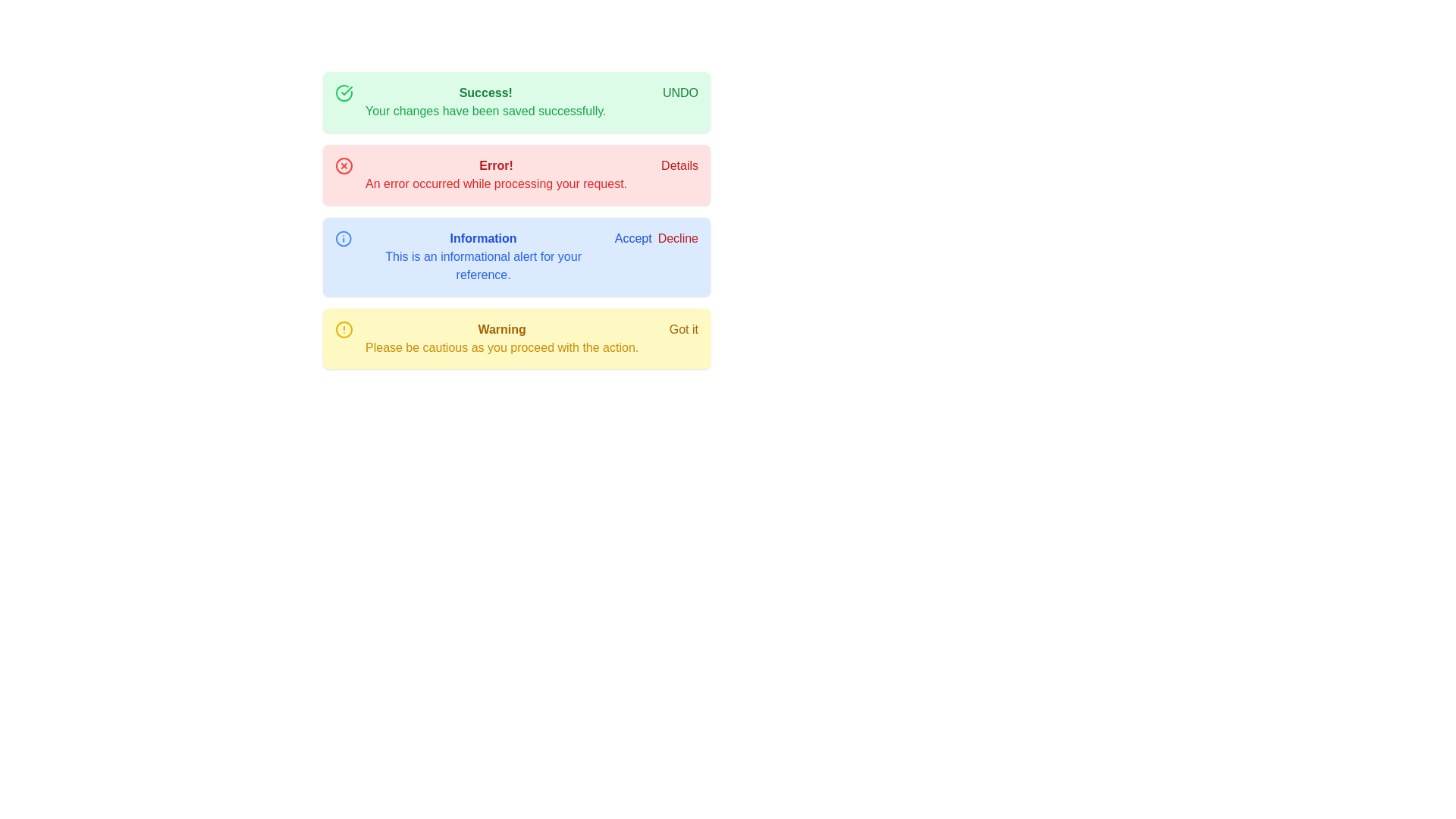  What do you see at coordinates (496, 174) in the screenshot?
I see `error message displayed in the text label that shows 'Error!' in bold red text and 'An error occurred while processing your request.' below it` at bounding box center [496, 174].